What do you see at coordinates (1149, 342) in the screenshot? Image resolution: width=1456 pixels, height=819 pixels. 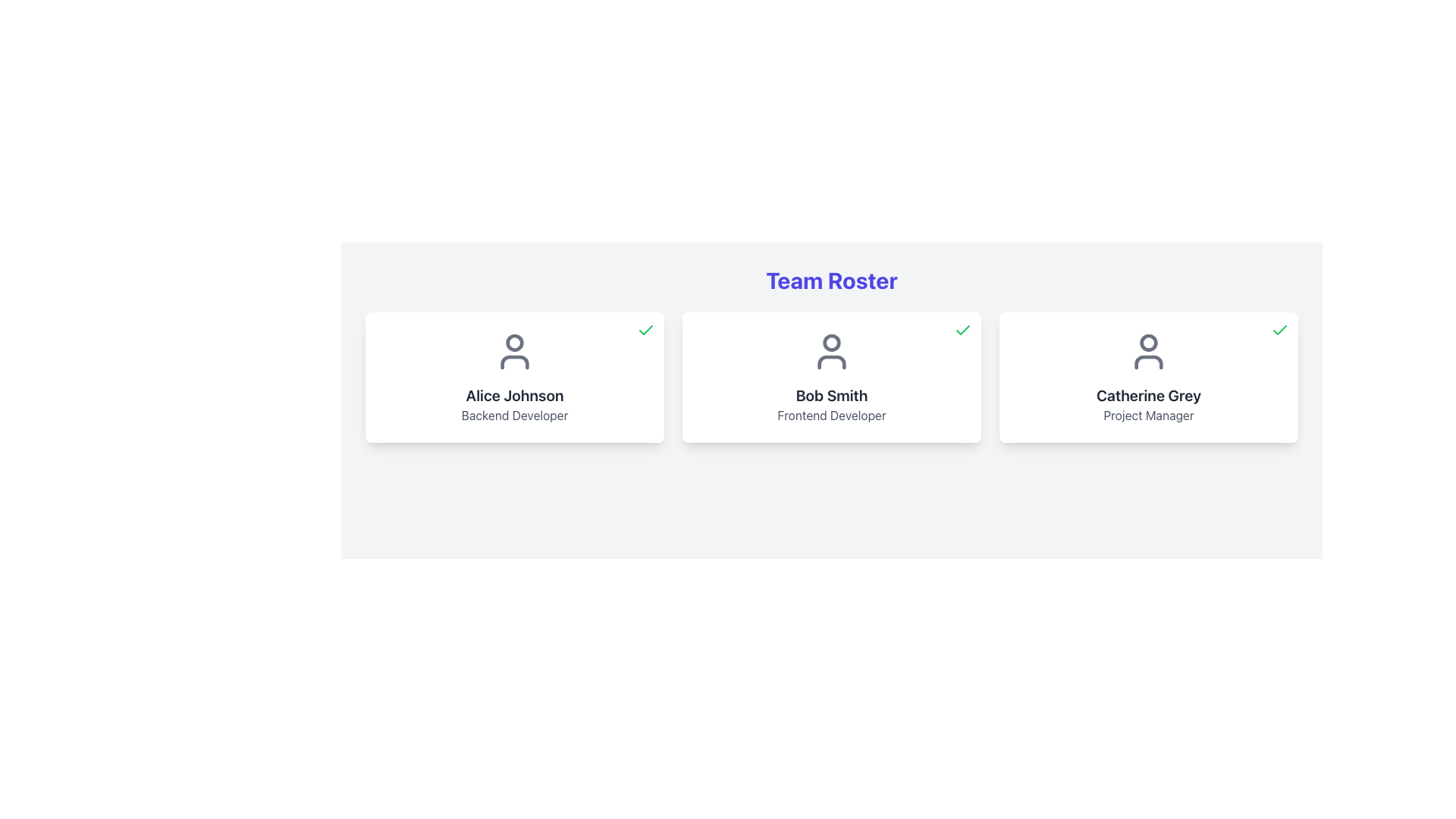 I see `the decorative Circle element of the user profile icon in the 'Catherine Grey' card, which is the third card in the team member row under 'Team Roster'` at bounding box center [1149, 342].